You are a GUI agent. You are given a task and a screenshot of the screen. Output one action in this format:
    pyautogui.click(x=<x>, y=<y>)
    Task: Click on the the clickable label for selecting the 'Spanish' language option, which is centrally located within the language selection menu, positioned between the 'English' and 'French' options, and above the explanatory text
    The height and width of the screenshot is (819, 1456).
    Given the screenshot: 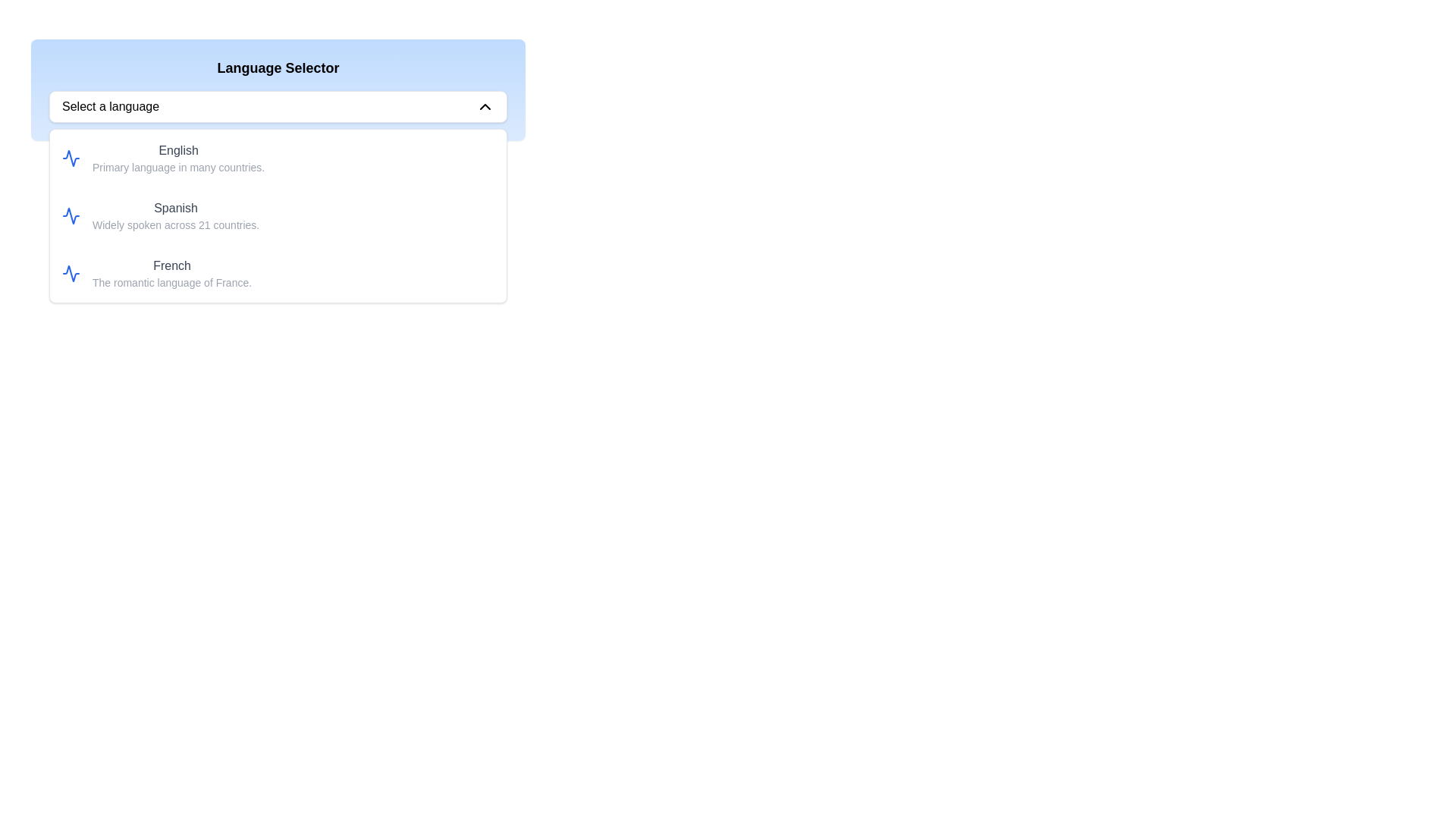 What is the action you would take?
    pyautogui.click(x=176, y=208)
    